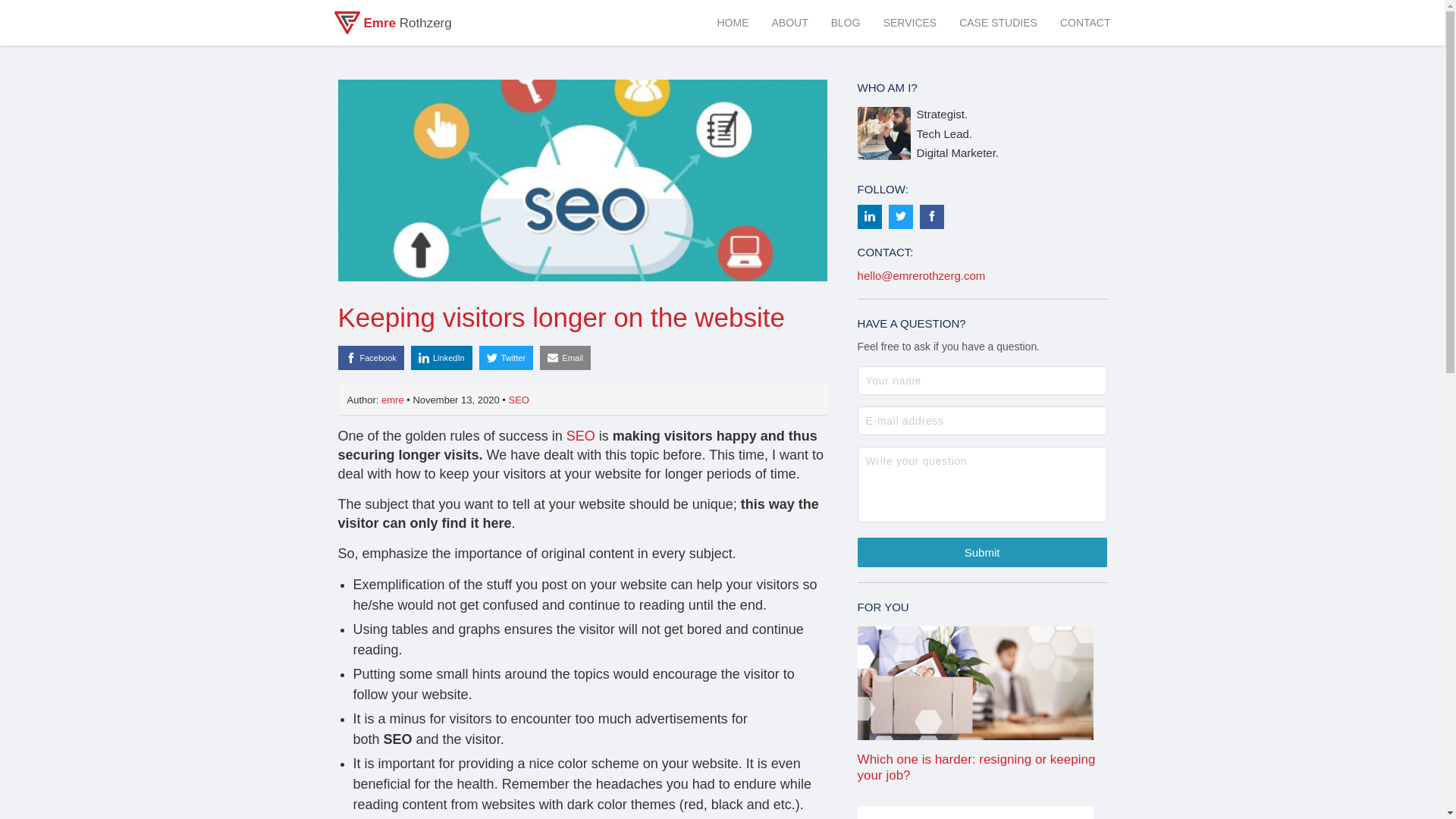 The image size is (1456, 819). What do you see at coordinates (910, 23) in the screenshot?
I see `'SERVICES'` at bounding box center [910, 23].